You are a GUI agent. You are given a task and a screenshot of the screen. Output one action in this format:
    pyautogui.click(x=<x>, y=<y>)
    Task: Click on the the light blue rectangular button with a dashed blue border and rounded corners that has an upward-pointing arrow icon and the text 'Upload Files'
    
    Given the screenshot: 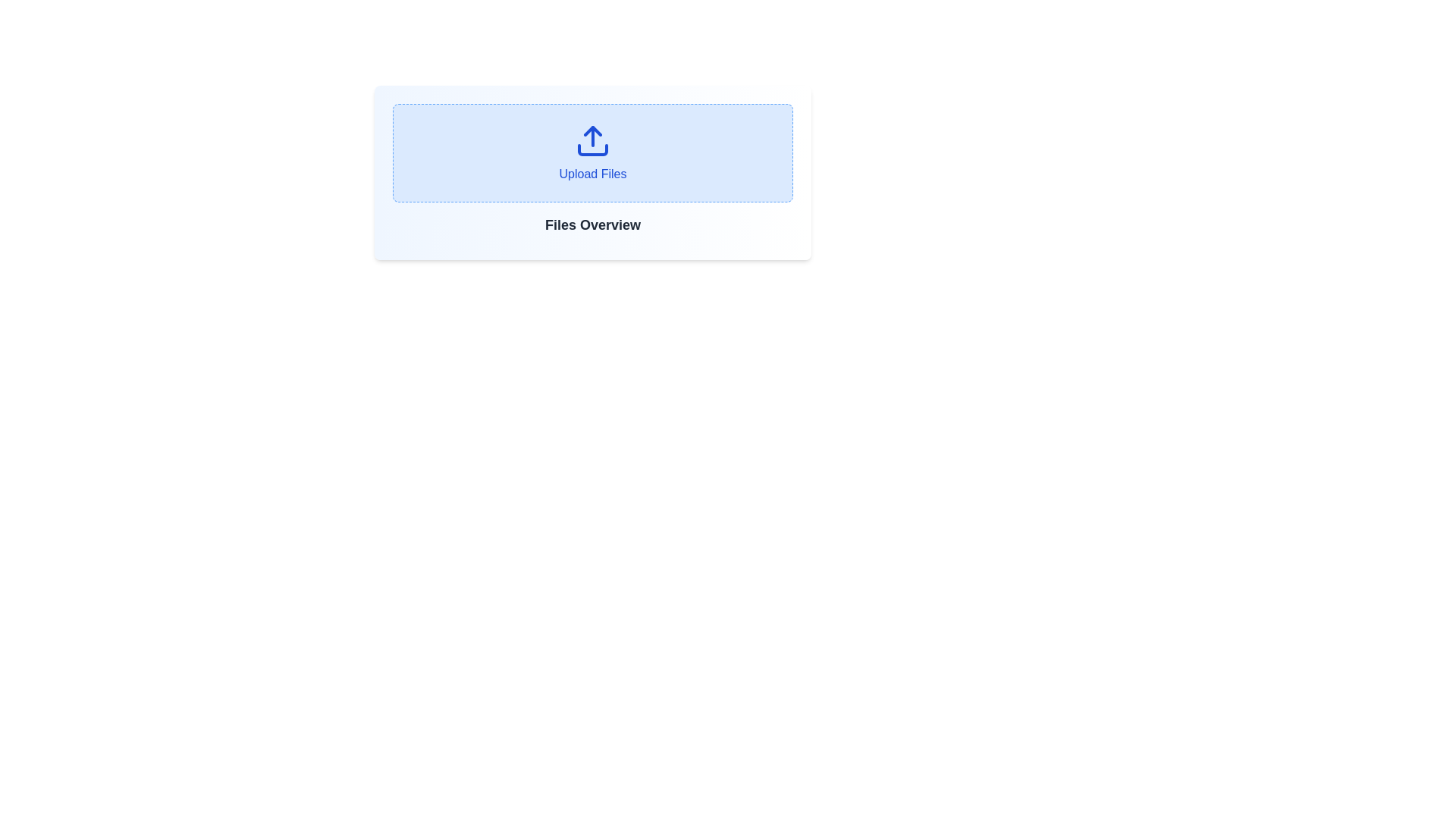 What is the action you would take?
    pyautogui.click(x=592, y=152)
    